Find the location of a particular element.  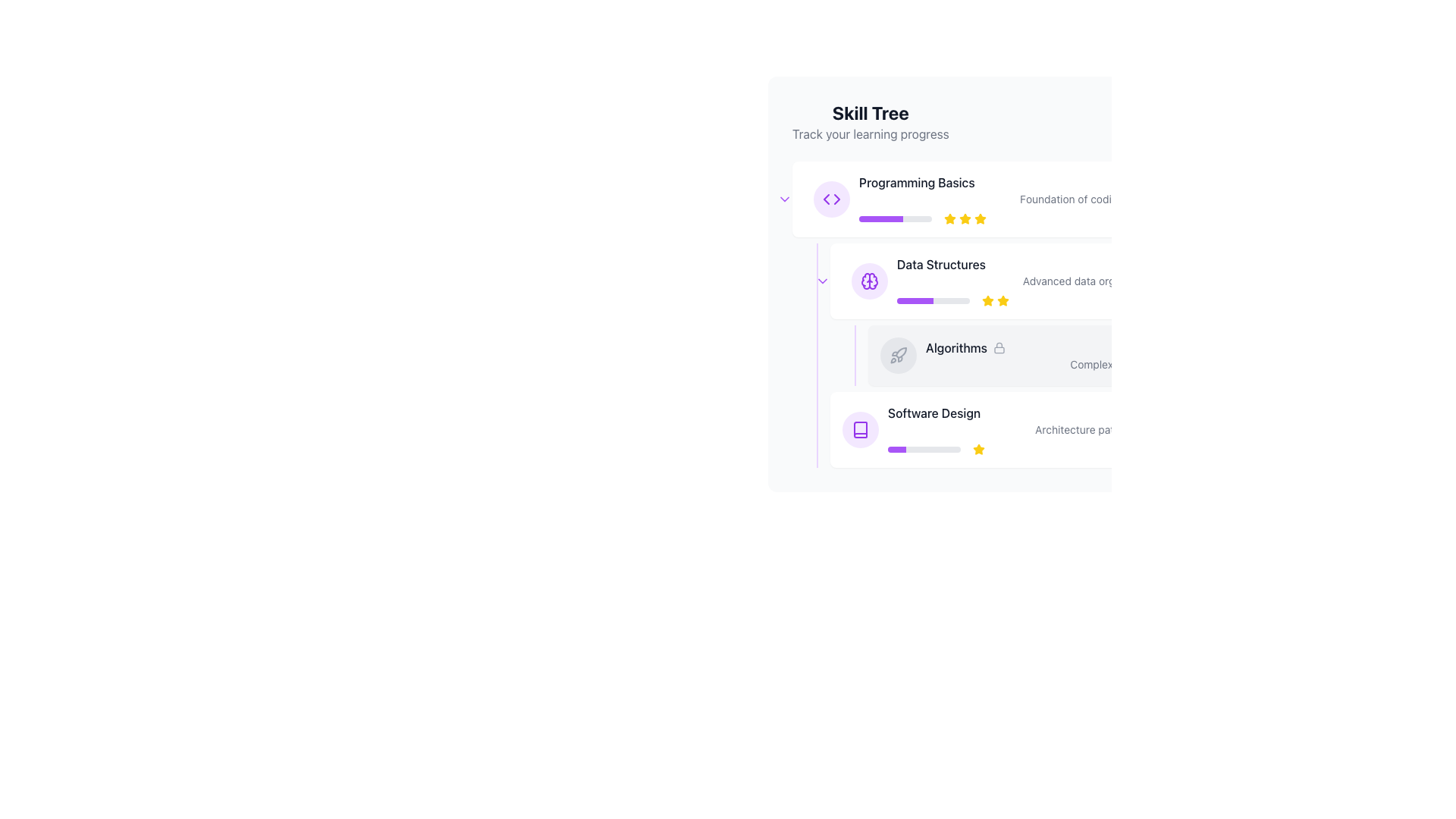

the first star icon in the three-star rating system located in the 'Data Structures' section is located at coordinates (987, 301).